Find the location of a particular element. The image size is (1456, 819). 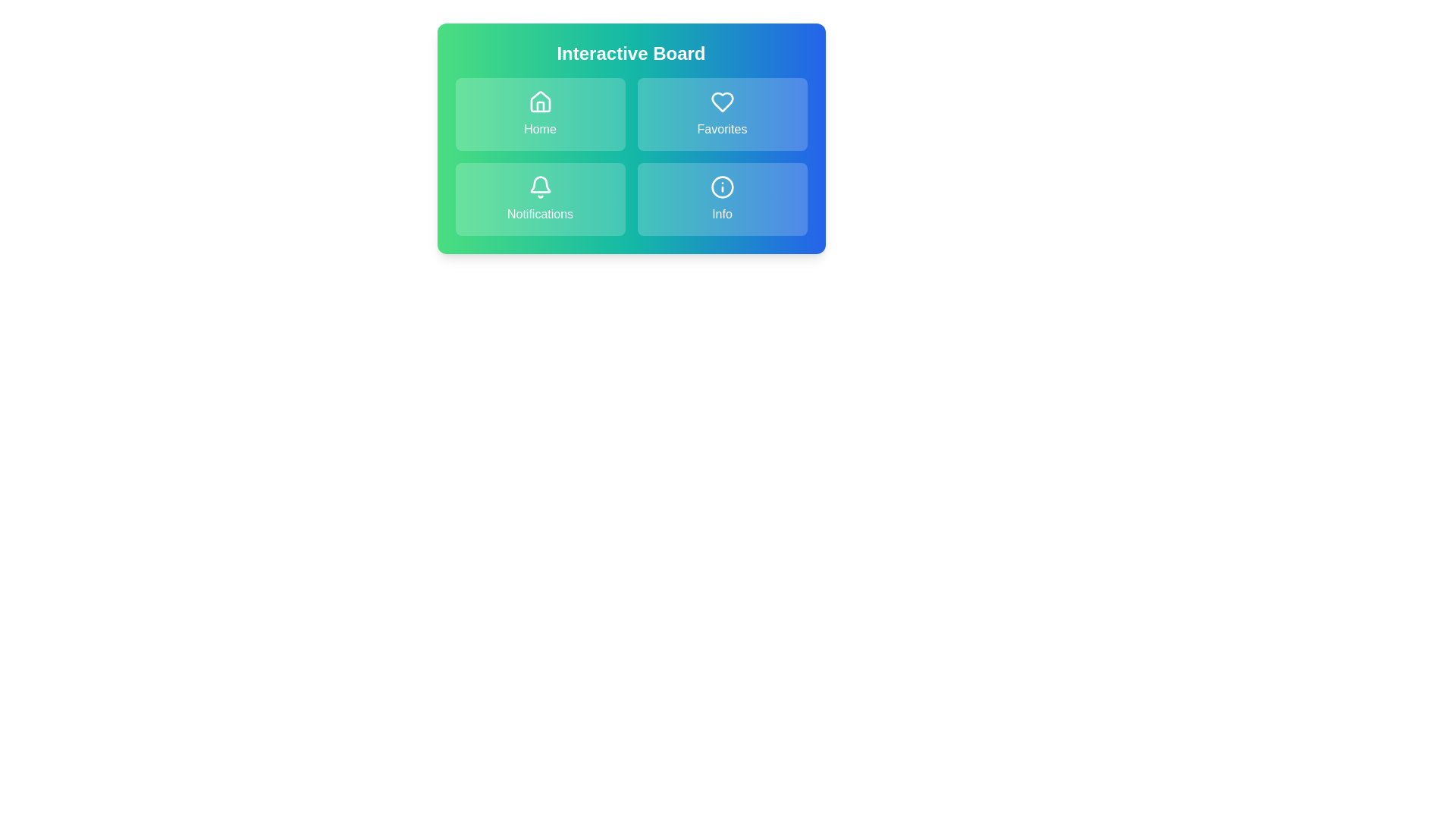

text label that displays 'Home' in white, located below the house icon in the top-left quadrant of the 'Interactive Board' grid layout is located at coordinates (540, 128).